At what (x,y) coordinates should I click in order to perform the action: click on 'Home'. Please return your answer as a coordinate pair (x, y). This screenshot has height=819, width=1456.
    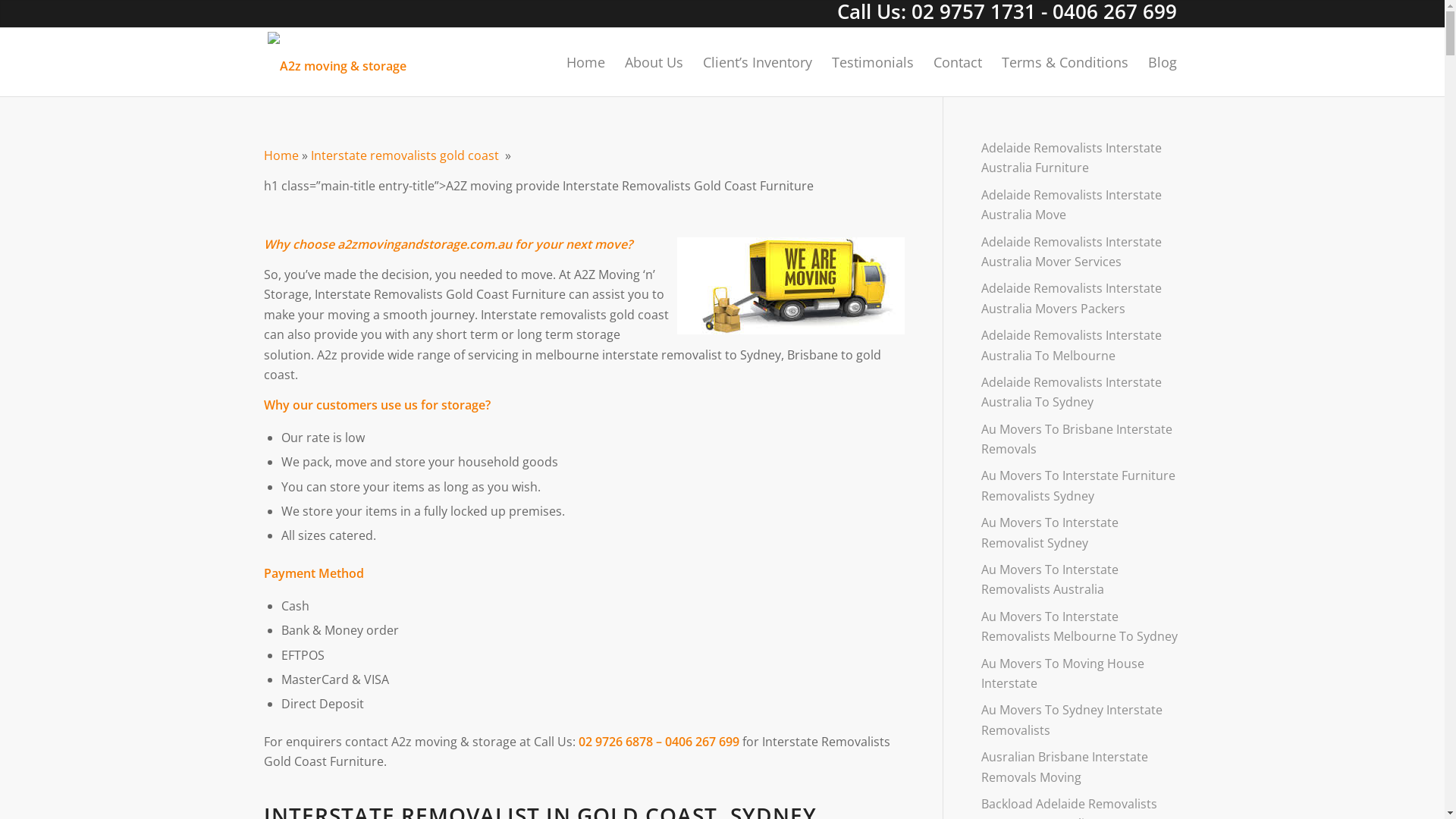
    Looking at the image, I should click on (281, 155).